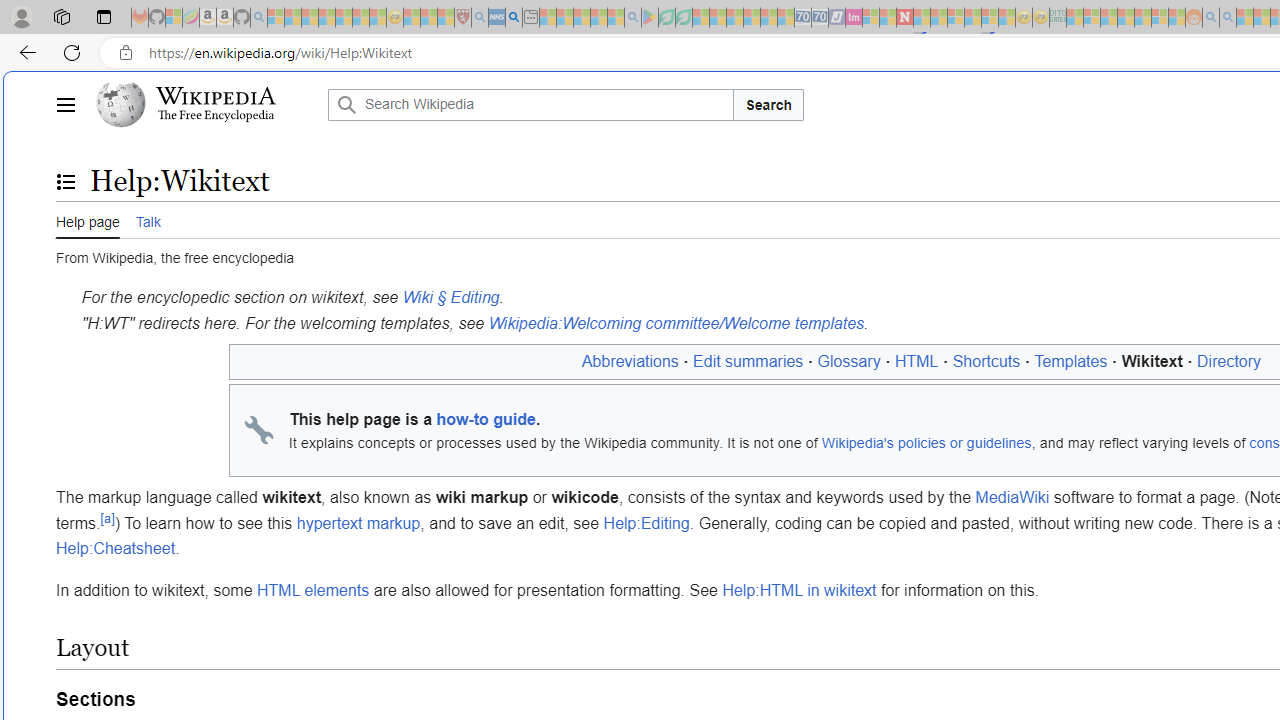  What do you see at coordinates (628, 361) in the screenshot?
I see `'Abbreviations'` at bounding box center [628, 361].